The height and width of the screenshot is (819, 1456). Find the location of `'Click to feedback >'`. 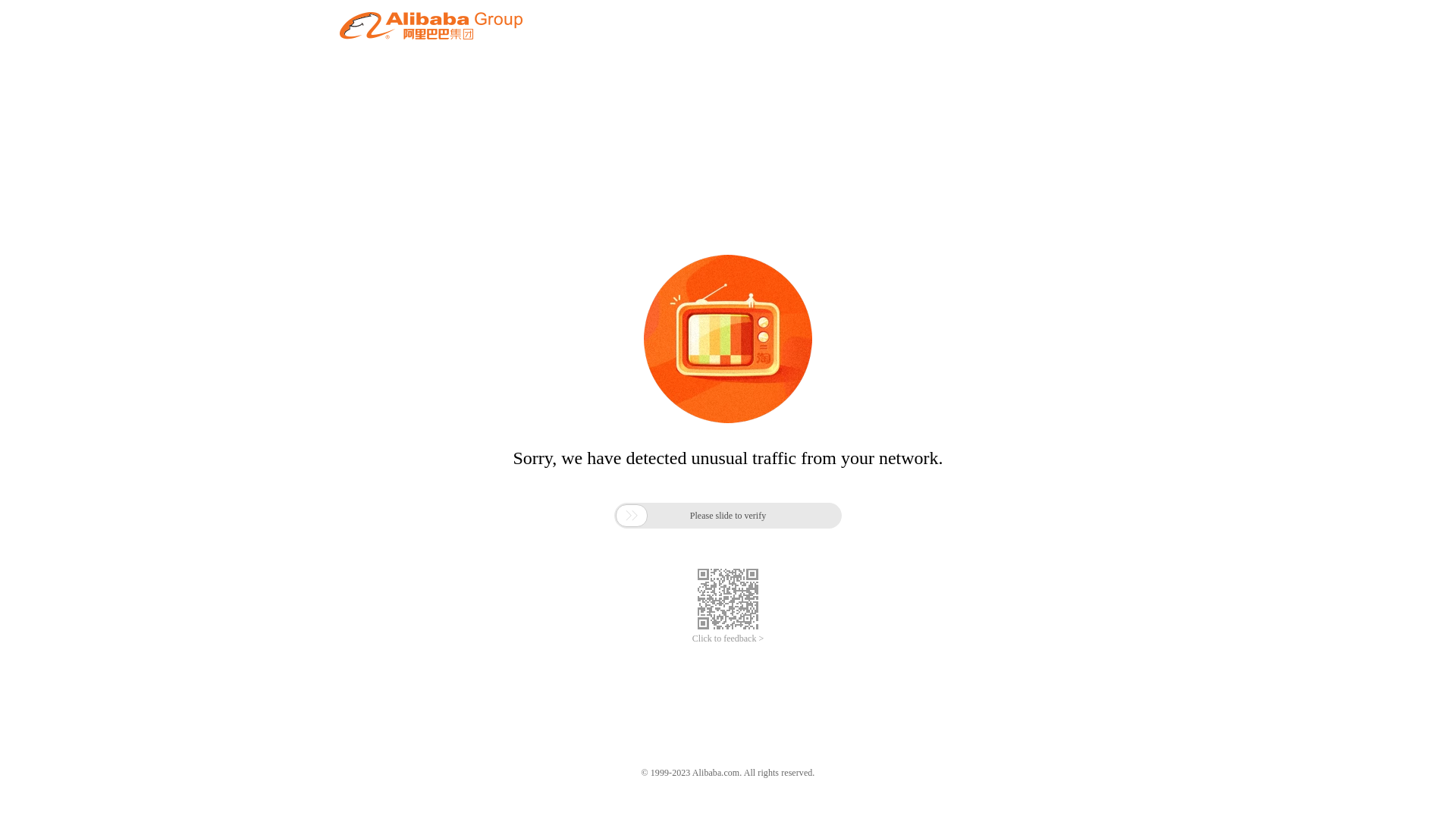

'Click to feedback >' is located at coordinates (691, 639).